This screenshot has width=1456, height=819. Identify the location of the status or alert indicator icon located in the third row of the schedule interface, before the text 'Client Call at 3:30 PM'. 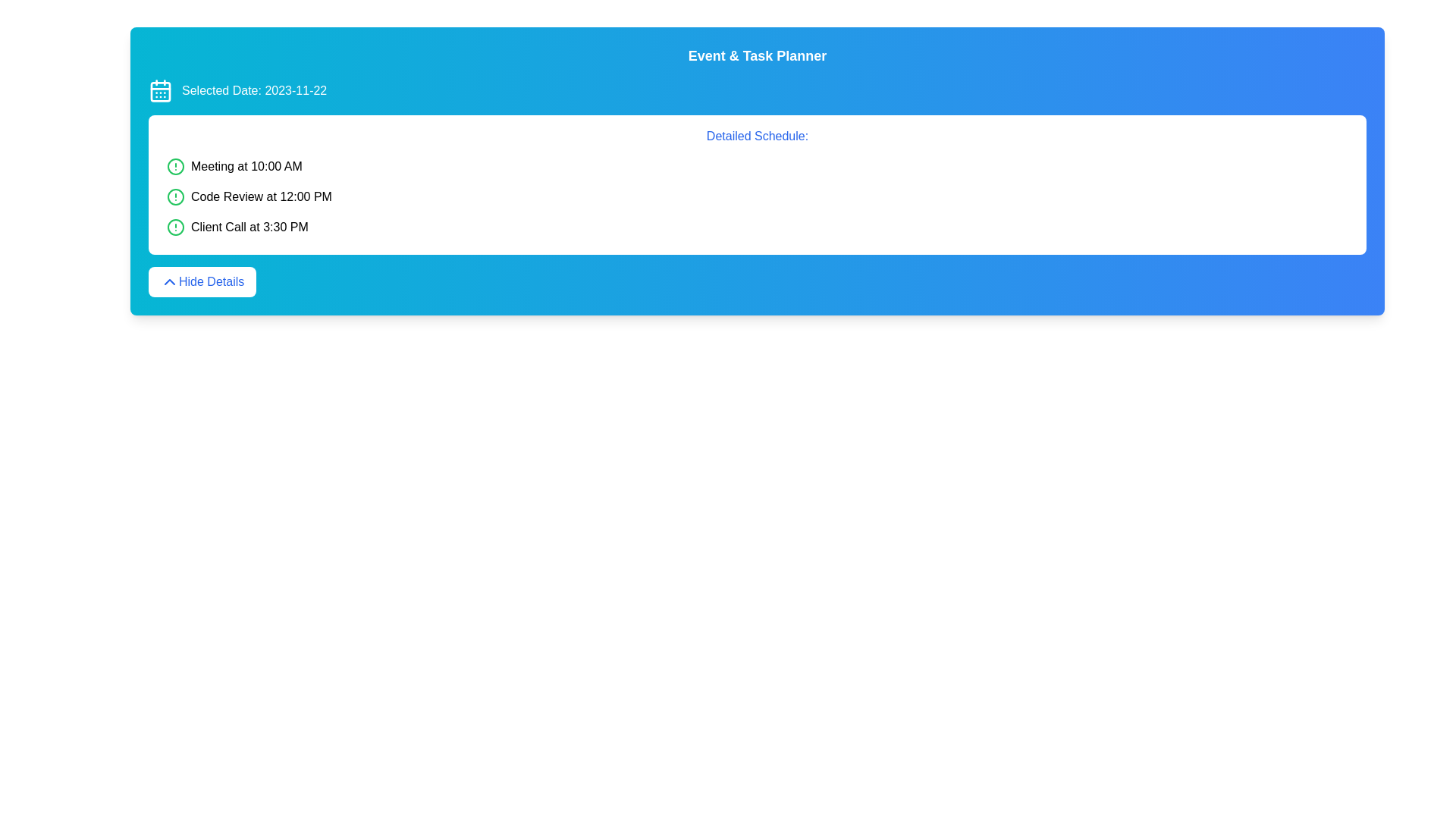
(175, 227).